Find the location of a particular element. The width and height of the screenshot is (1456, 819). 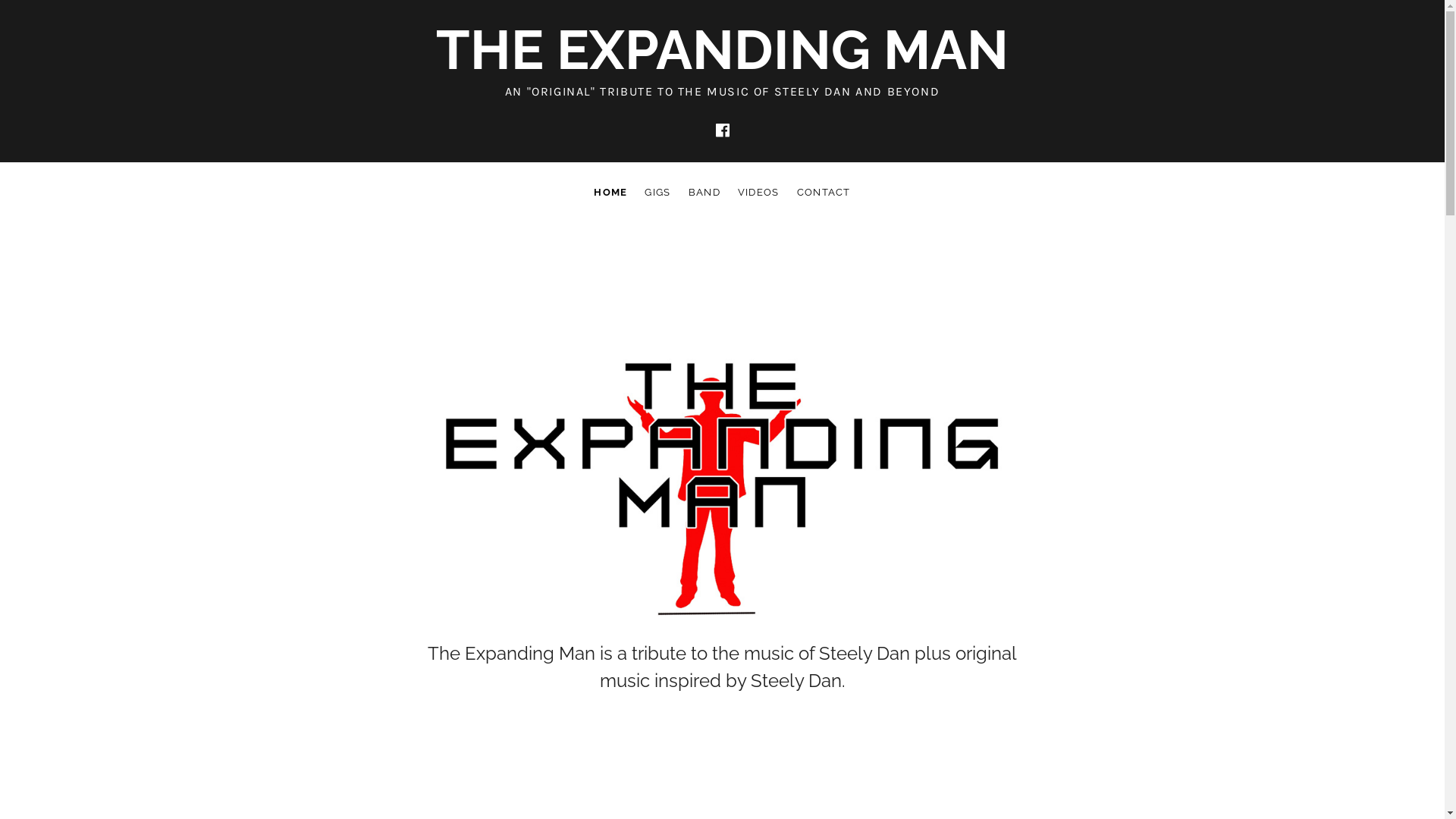

'BAND' is located at coordinates (704, 192).